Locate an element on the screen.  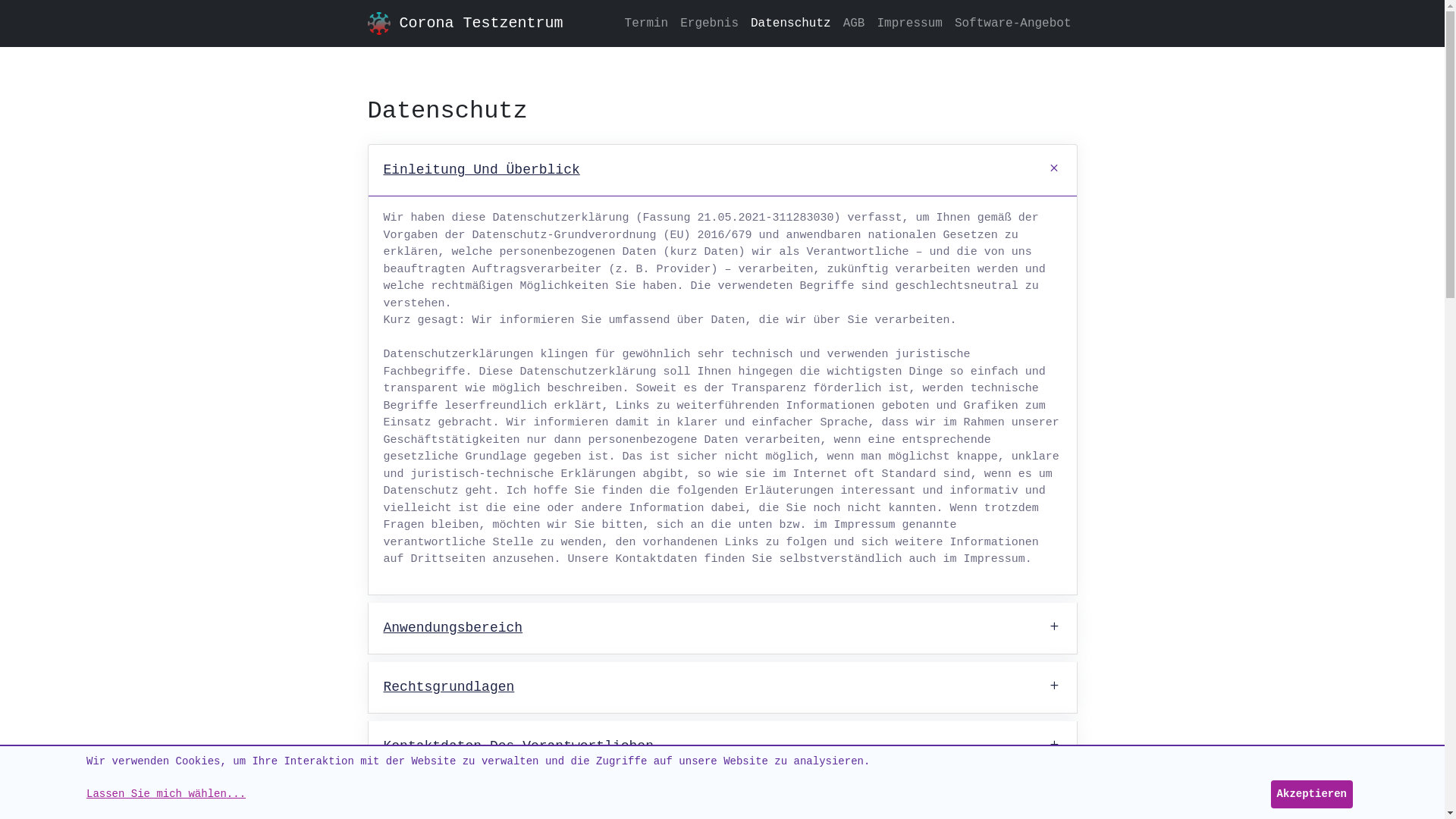
'Kontaktdaten Des Verantwortlichen' is located at coordinates (722, 745).